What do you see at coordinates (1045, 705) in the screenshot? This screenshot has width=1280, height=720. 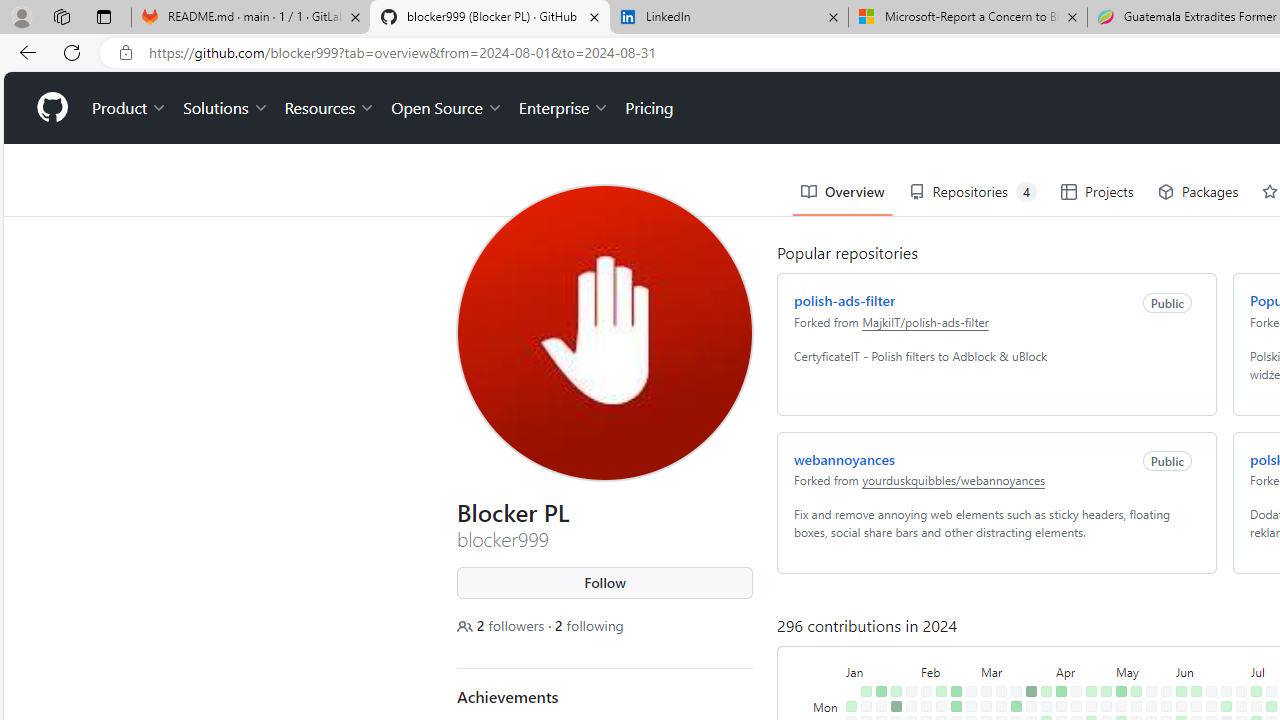 I see `'No contributions on April 1st.'` at bounding box center [1045, 705].